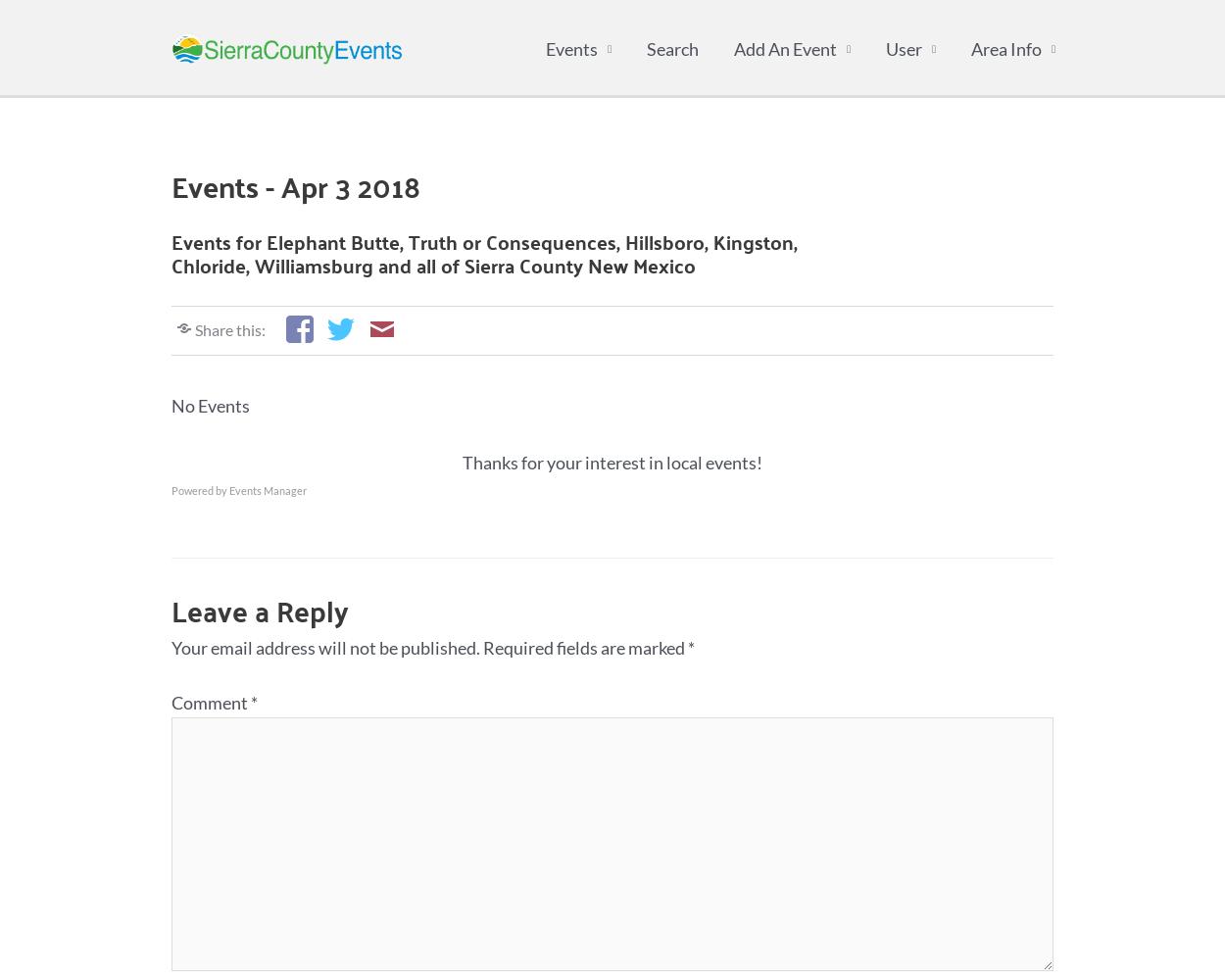 This screenshot has width=1225, height=980. Describe the element at coordinates (546, 49) in the screenshot. I see `'Events'` at that location.